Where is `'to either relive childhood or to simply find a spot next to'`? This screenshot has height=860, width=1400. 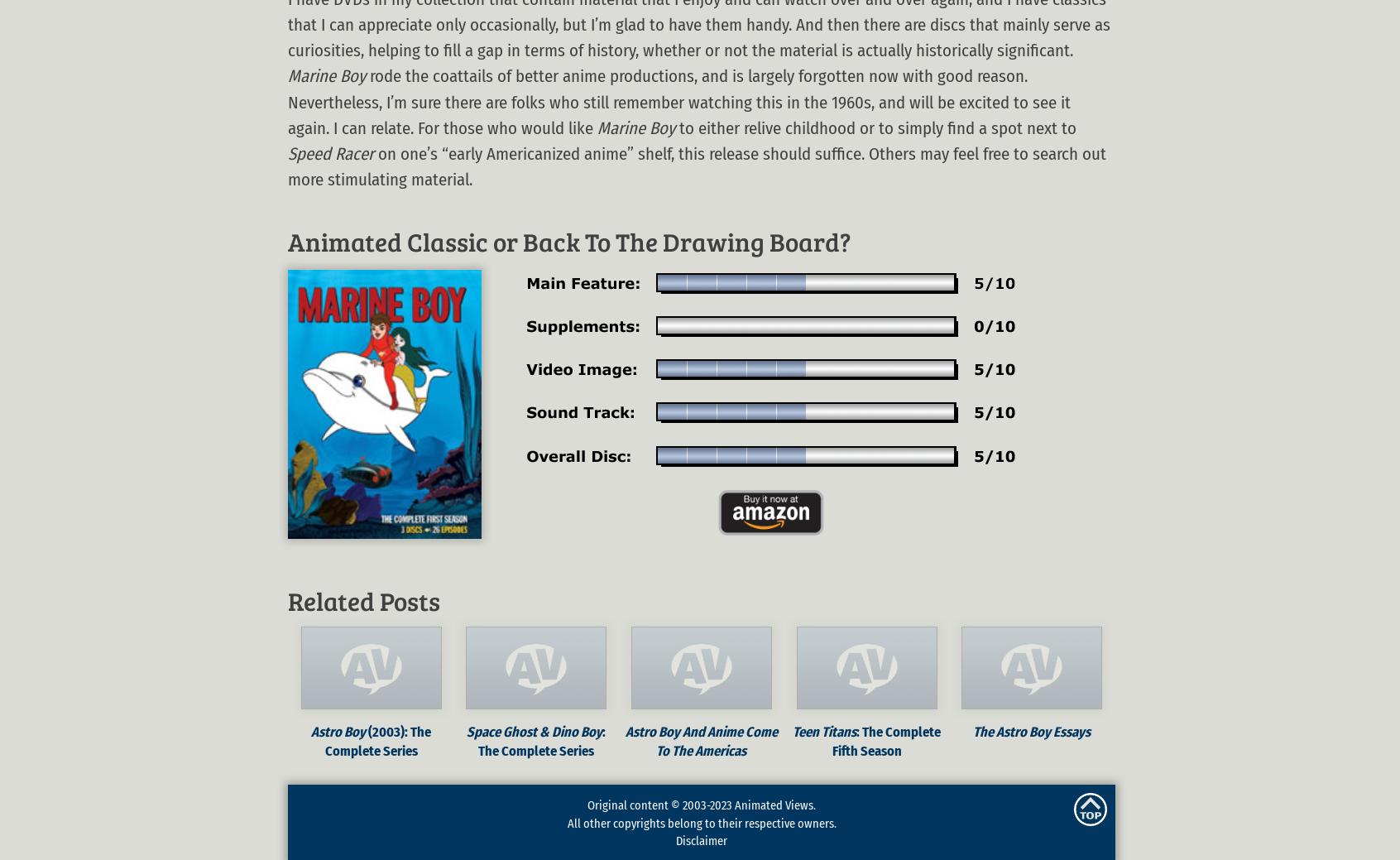
'to either relive childhood or to simply find a spot next to' is located at coordinates (875, 127).